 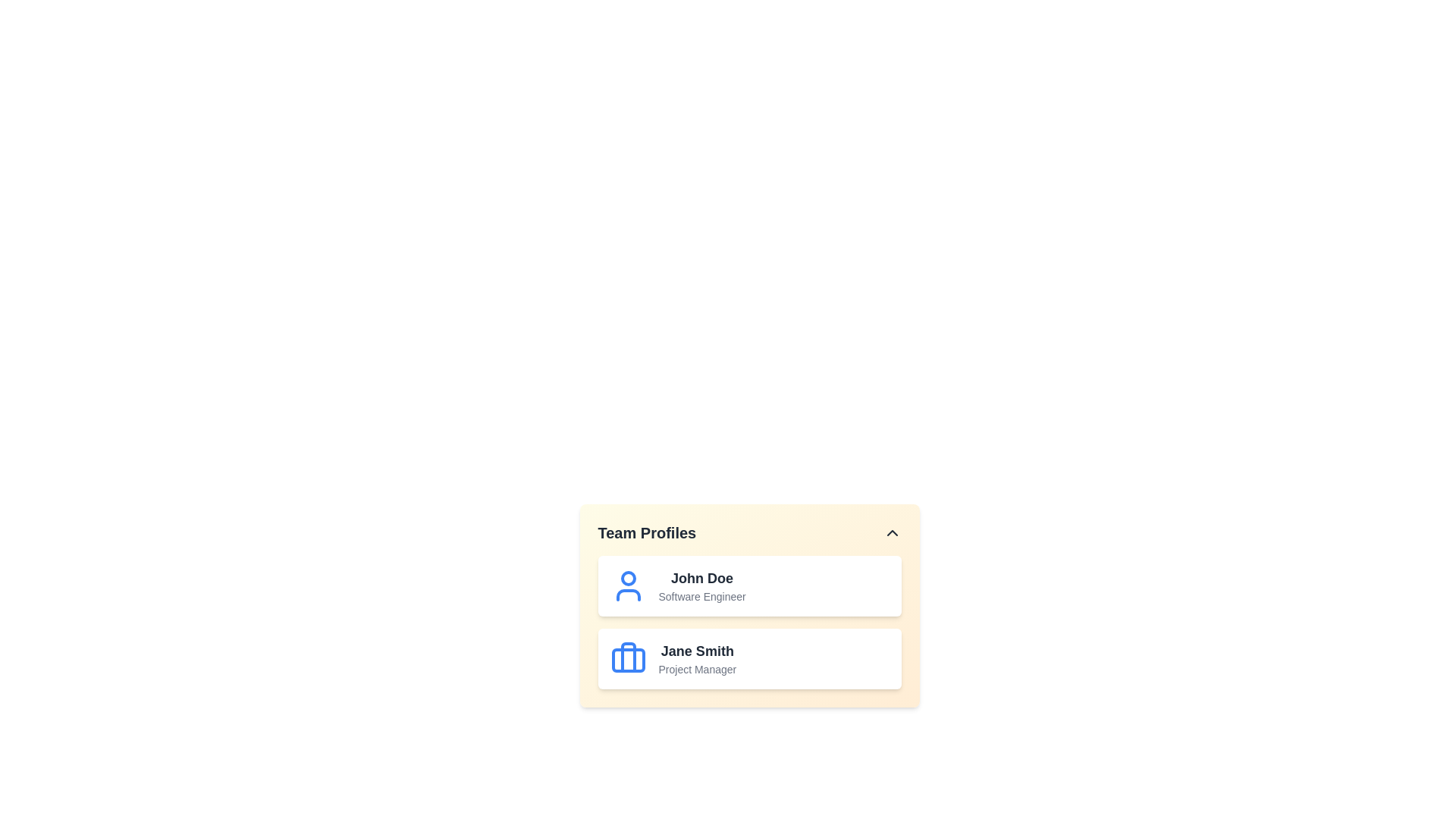 What do you see at coordinates (628, 585) in the screenshot?
I see `the profile icon representing 'John Doe' in the 'Team Profiles' section, located to the left of the name and title displayed` at bounding box center [628, 585].